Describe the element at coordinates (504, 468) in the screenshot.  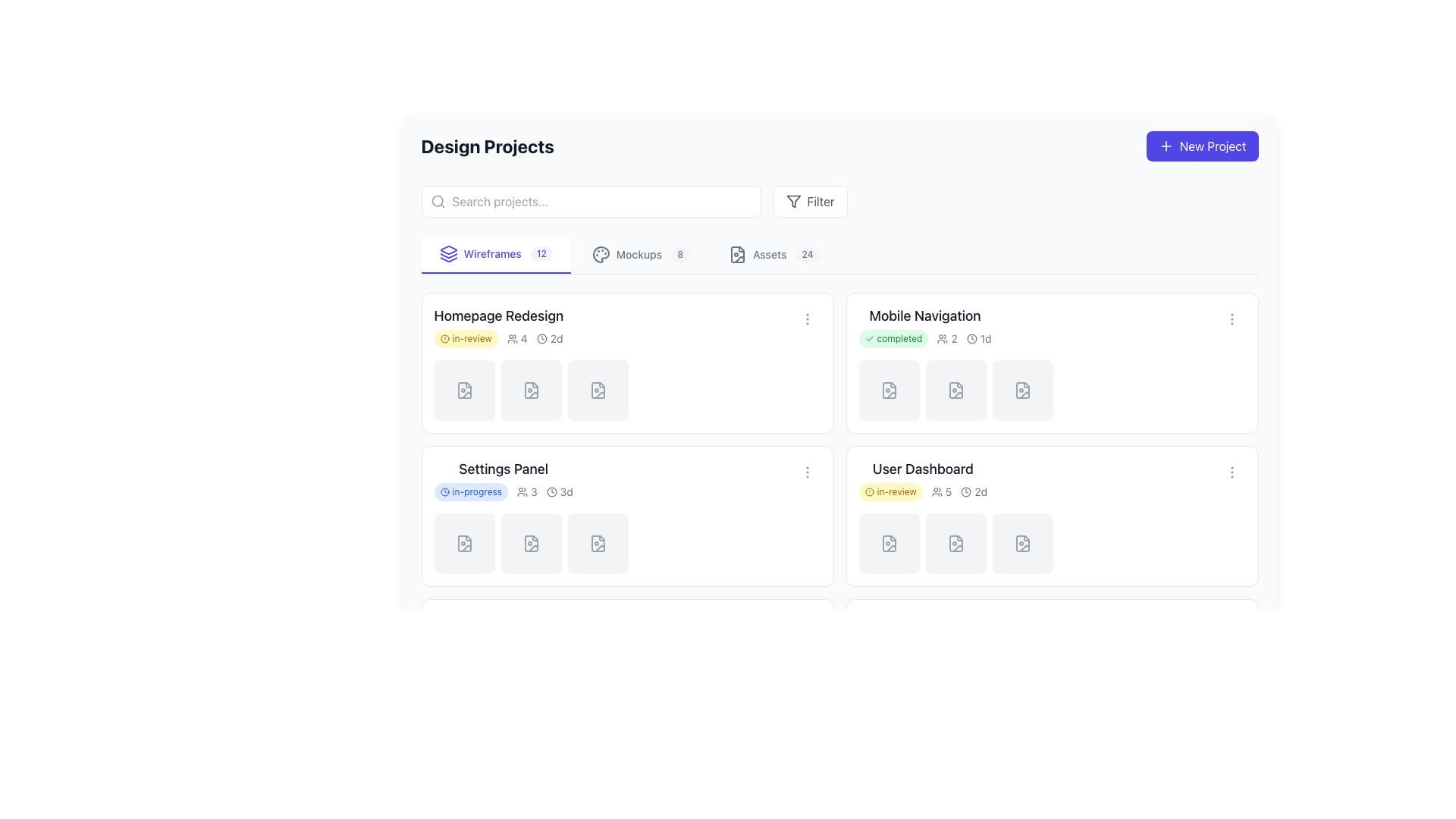
I see `the Text Label that serves as a title or header for the project card located in the leftmost card of the second row in the grid layout` at that location.